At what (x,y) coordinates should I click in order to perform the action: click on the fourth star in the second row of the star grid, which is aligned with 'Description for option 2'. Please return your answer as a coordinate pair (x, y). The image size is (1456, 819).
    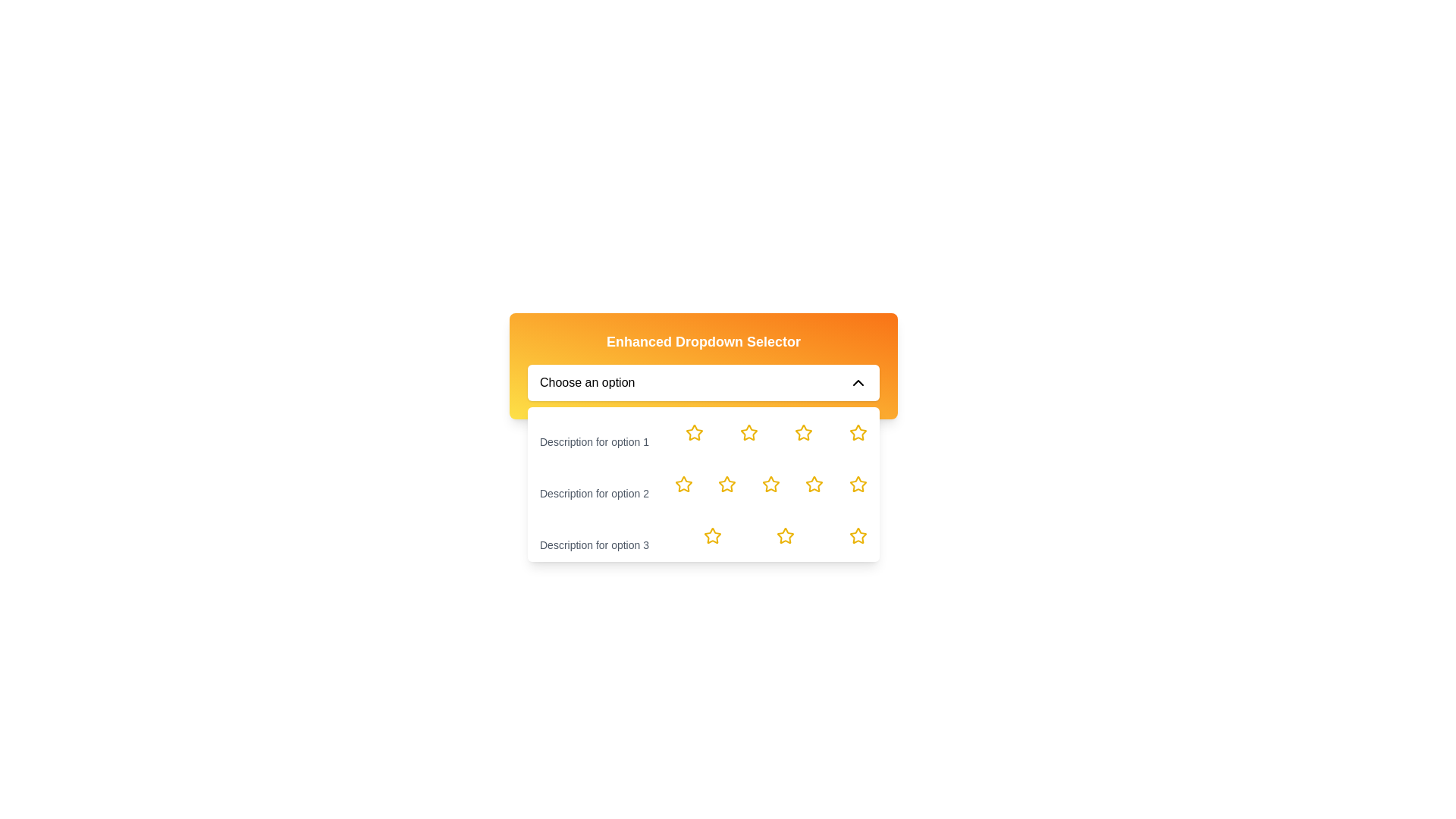
    Looking at the image, I should click on (814, 484).